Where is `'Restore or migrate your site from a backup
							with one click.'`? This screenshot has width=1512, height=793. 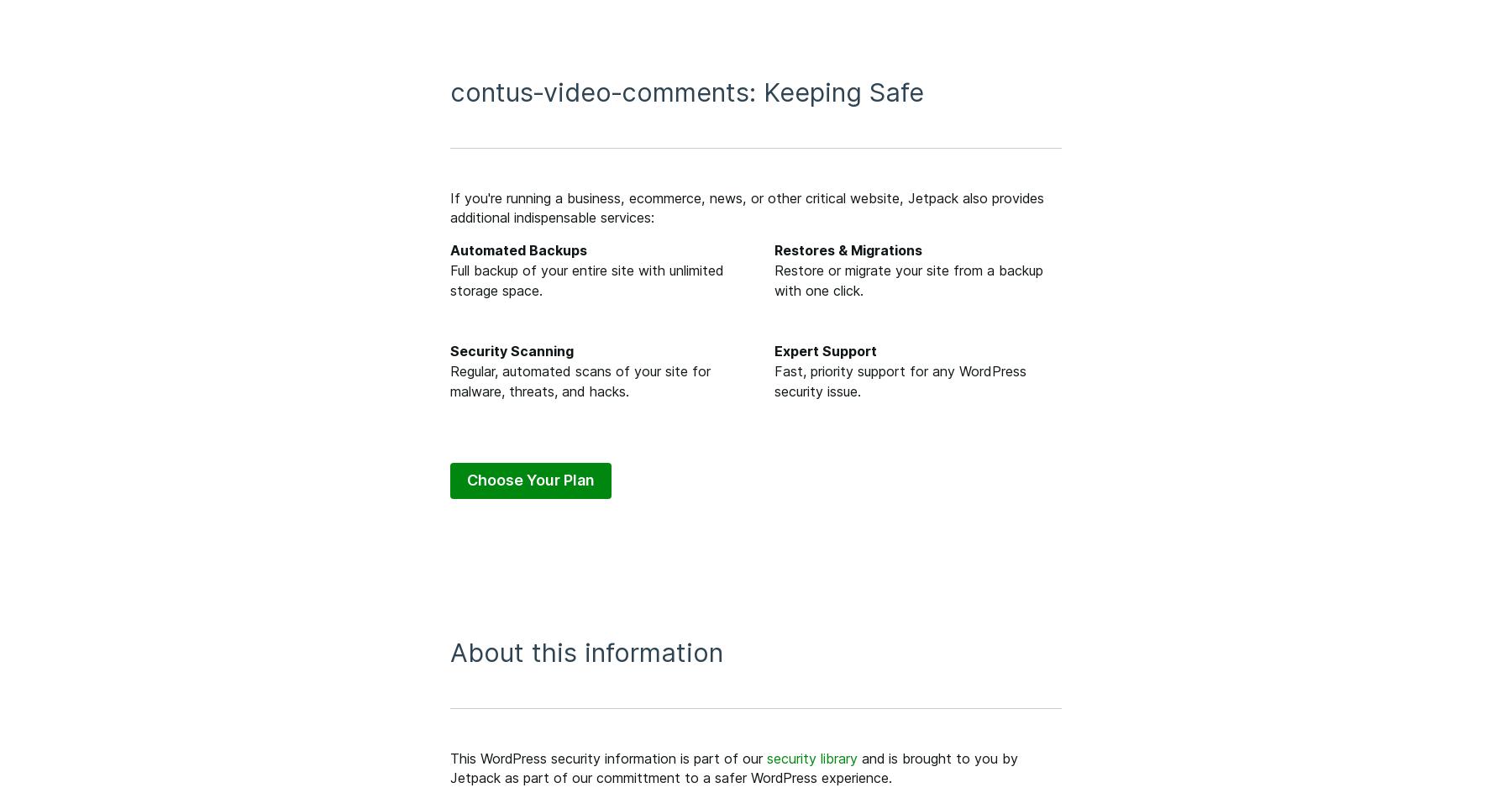
'Restore or migrate your site from a backup
							with one click.' is located at coordinates (908, 279).